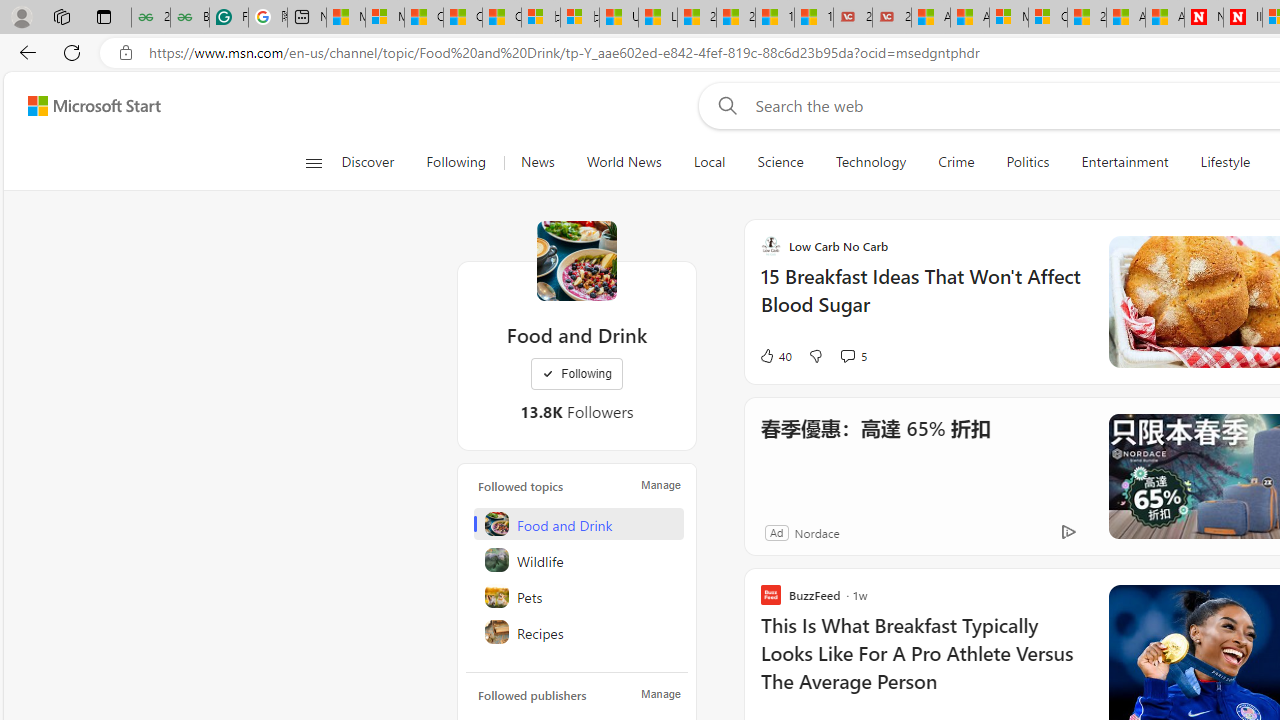 The height and width of the screenshot is (720, 1280). What do you see at coordinates (617, 17) in the screenshot?
I see `'USA TODAY - MSN'` at bounding box center [617, 17].